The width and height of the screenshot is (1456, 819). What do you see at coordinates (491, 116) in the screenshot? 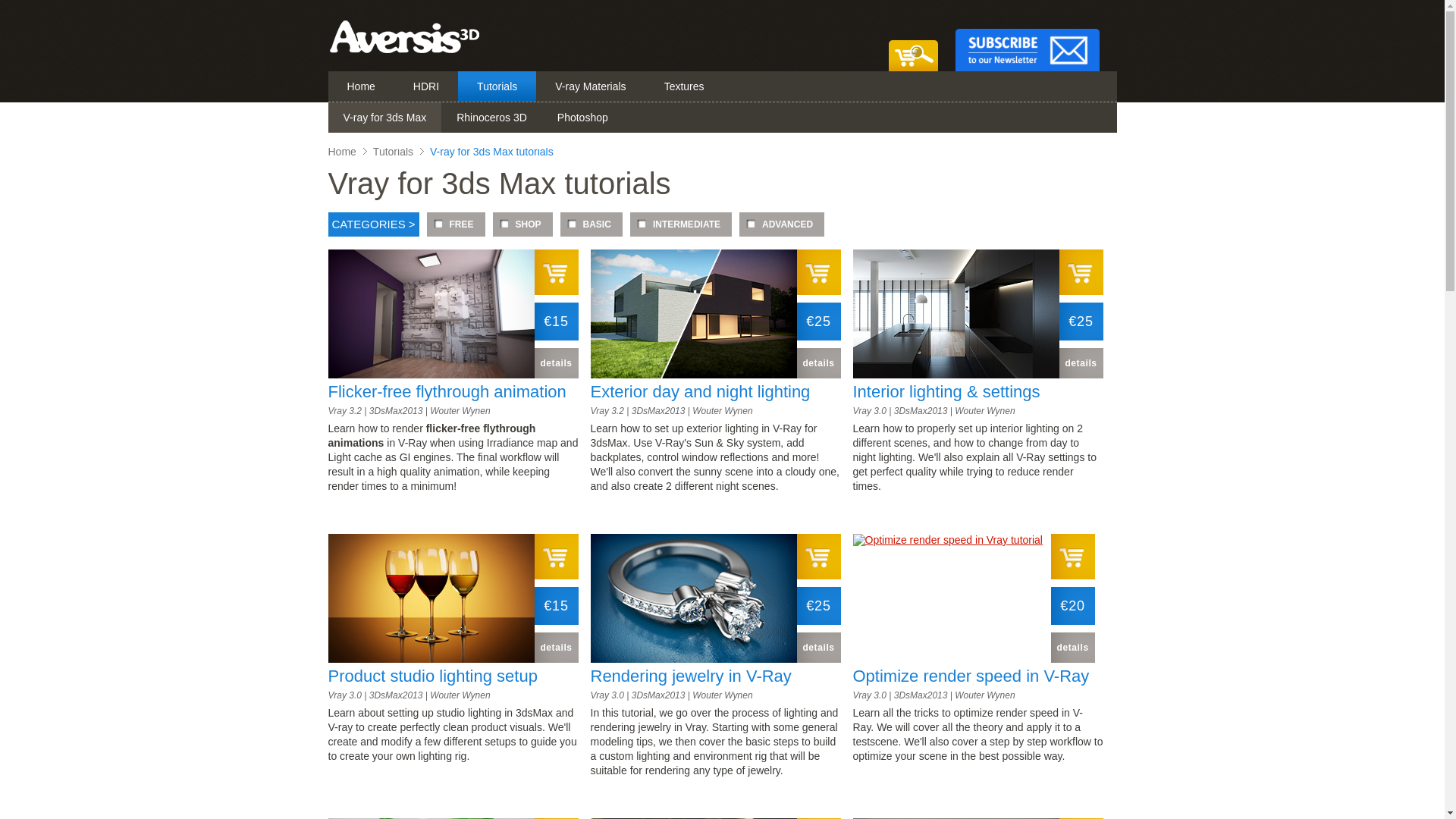
I see `'Rhinoceros 3D'` at bounding box center [491, 116].